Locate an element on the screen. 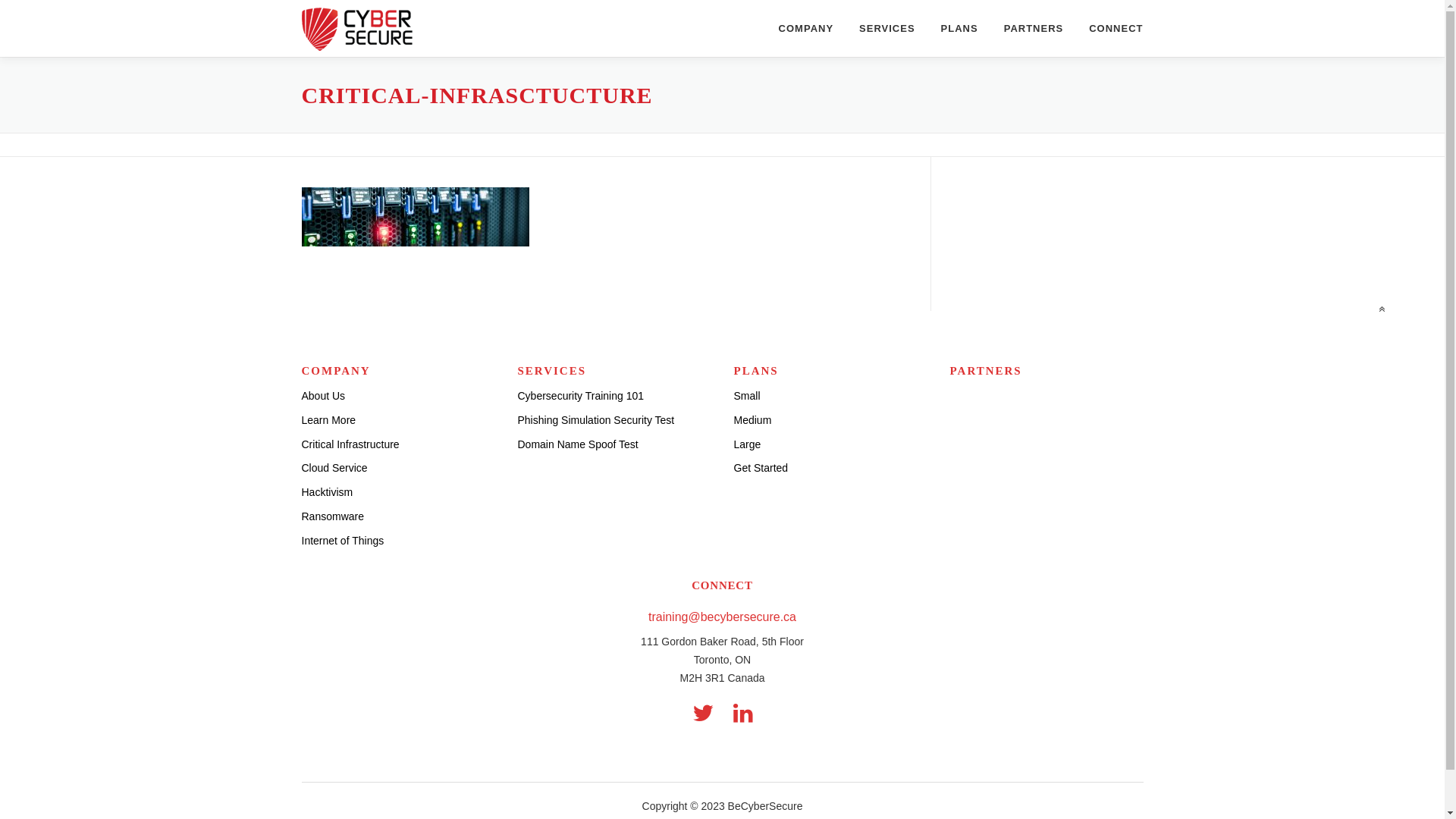  'LinkedIn' is located at coordinates (742, 713).